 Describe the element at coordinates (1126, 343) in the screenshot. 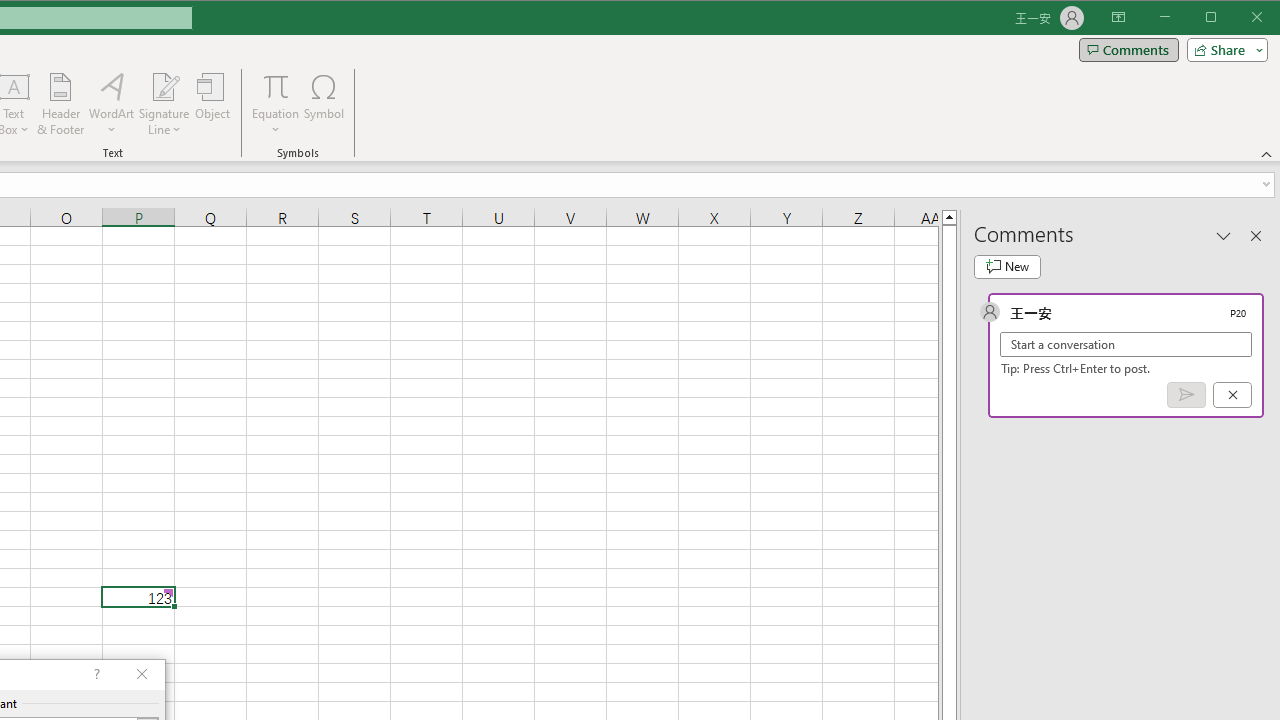

I see `'Start a conversation'` at that location.